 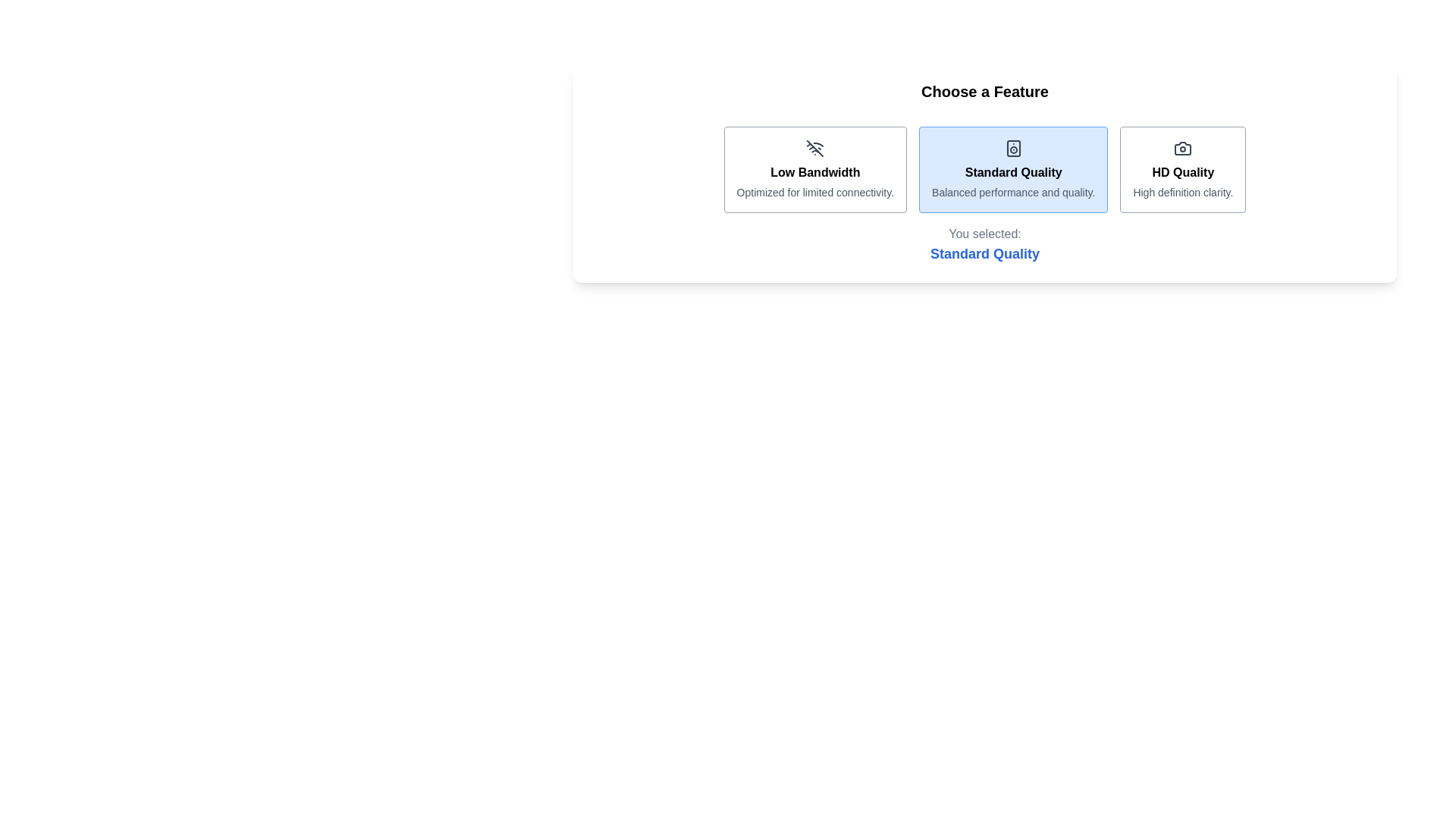 What do you see at coordinates (985, 91) in the screenshot?
I see `the Text label that serves as a heading, indicating the purpose of the section for selecting features` at bounding box center [985, 91].